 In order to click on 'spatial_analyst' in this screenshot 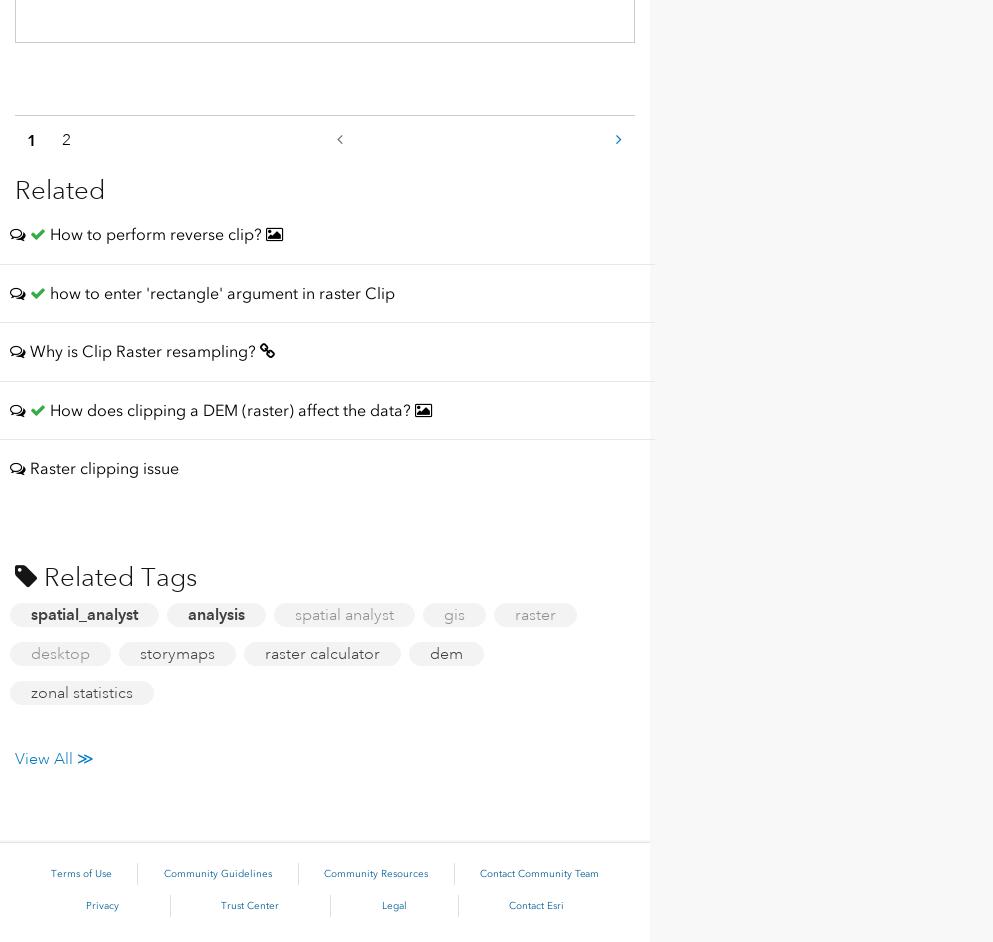, I will do `click(83, 613)`.